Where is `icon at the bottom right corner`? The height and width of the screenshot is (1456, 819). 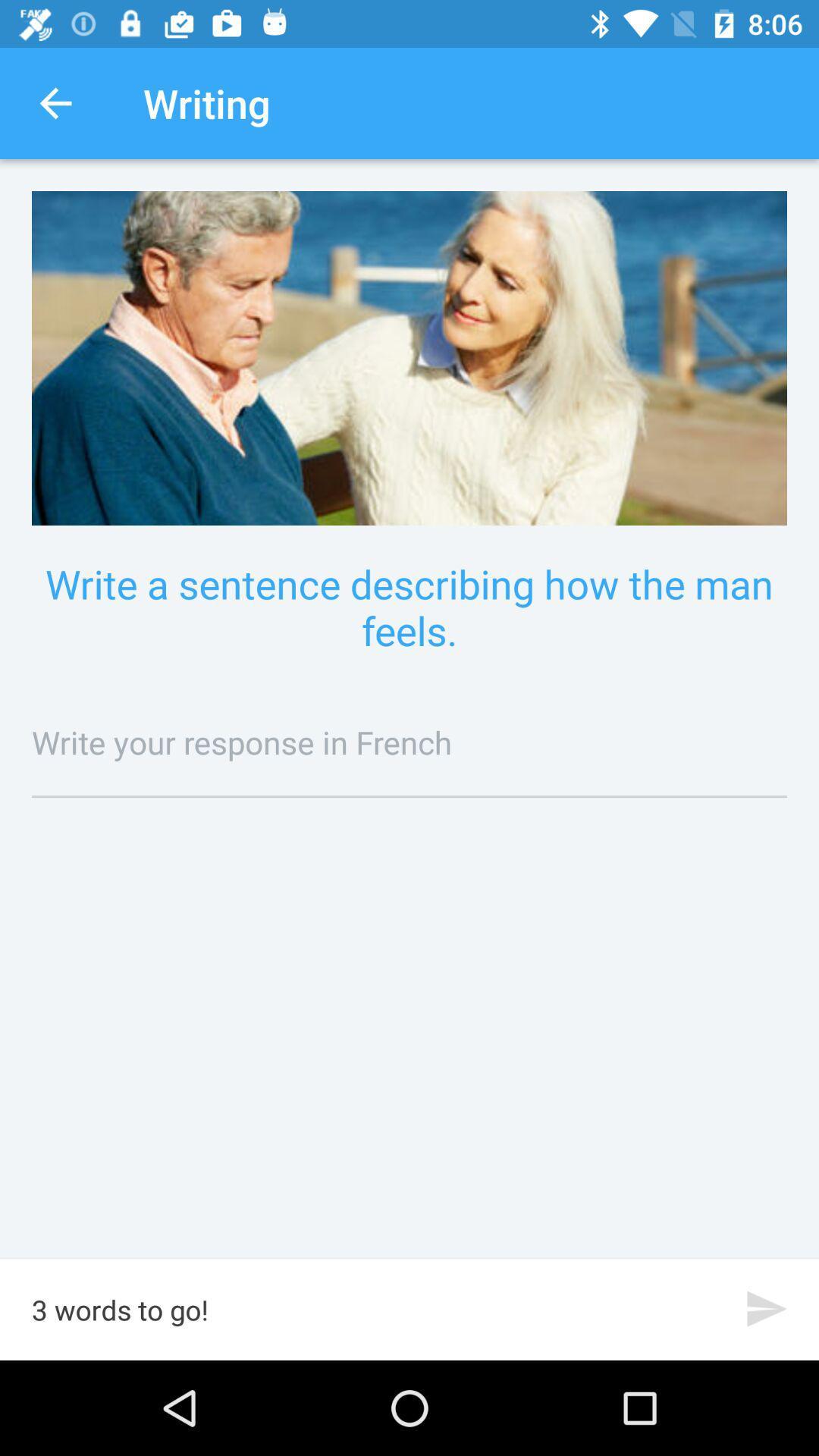 icon at the bottom right corner is located at coordinates (767, 1308).